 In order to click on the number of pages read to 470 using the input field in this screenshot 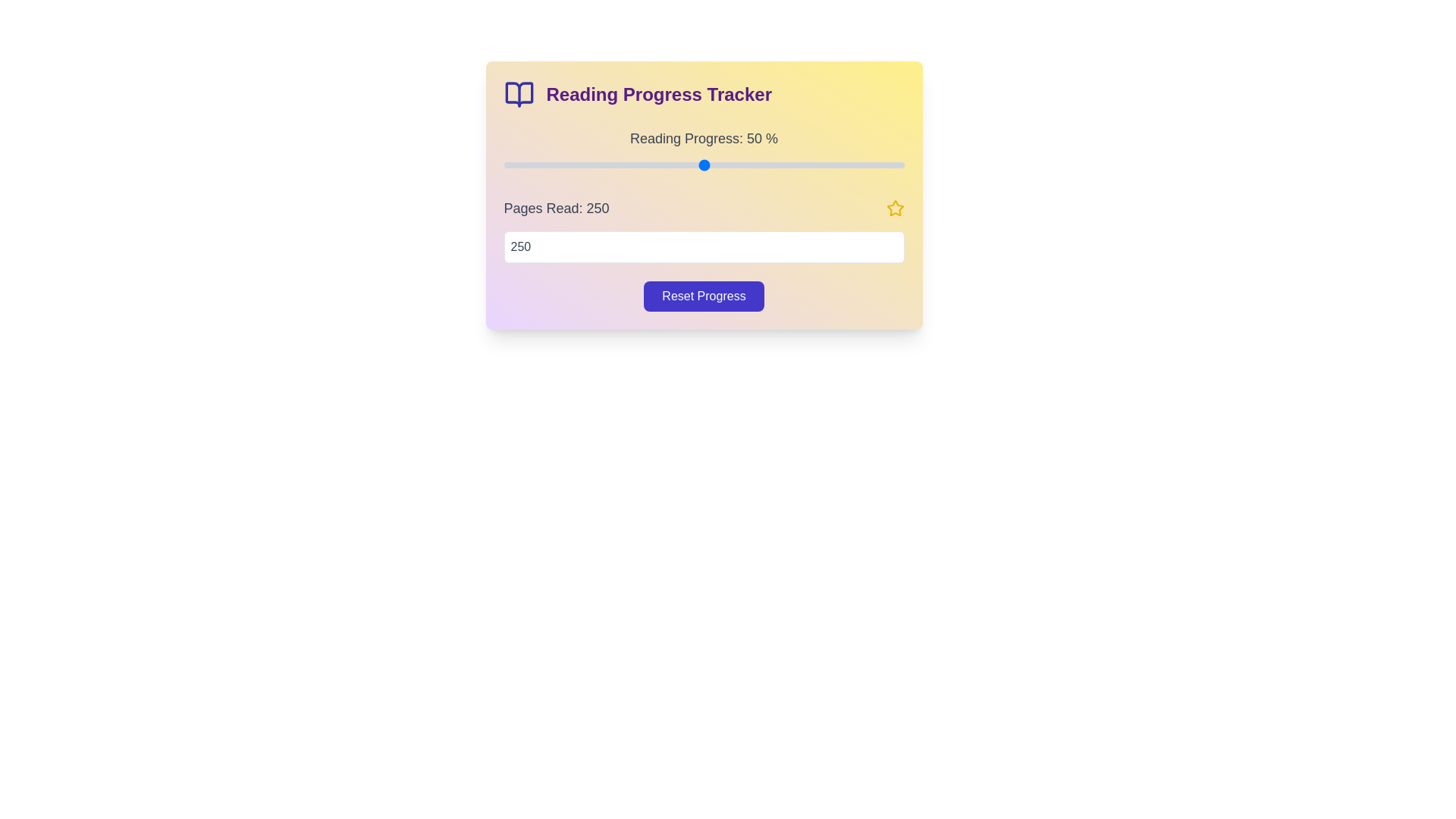, I will do `click(703, 246)`.